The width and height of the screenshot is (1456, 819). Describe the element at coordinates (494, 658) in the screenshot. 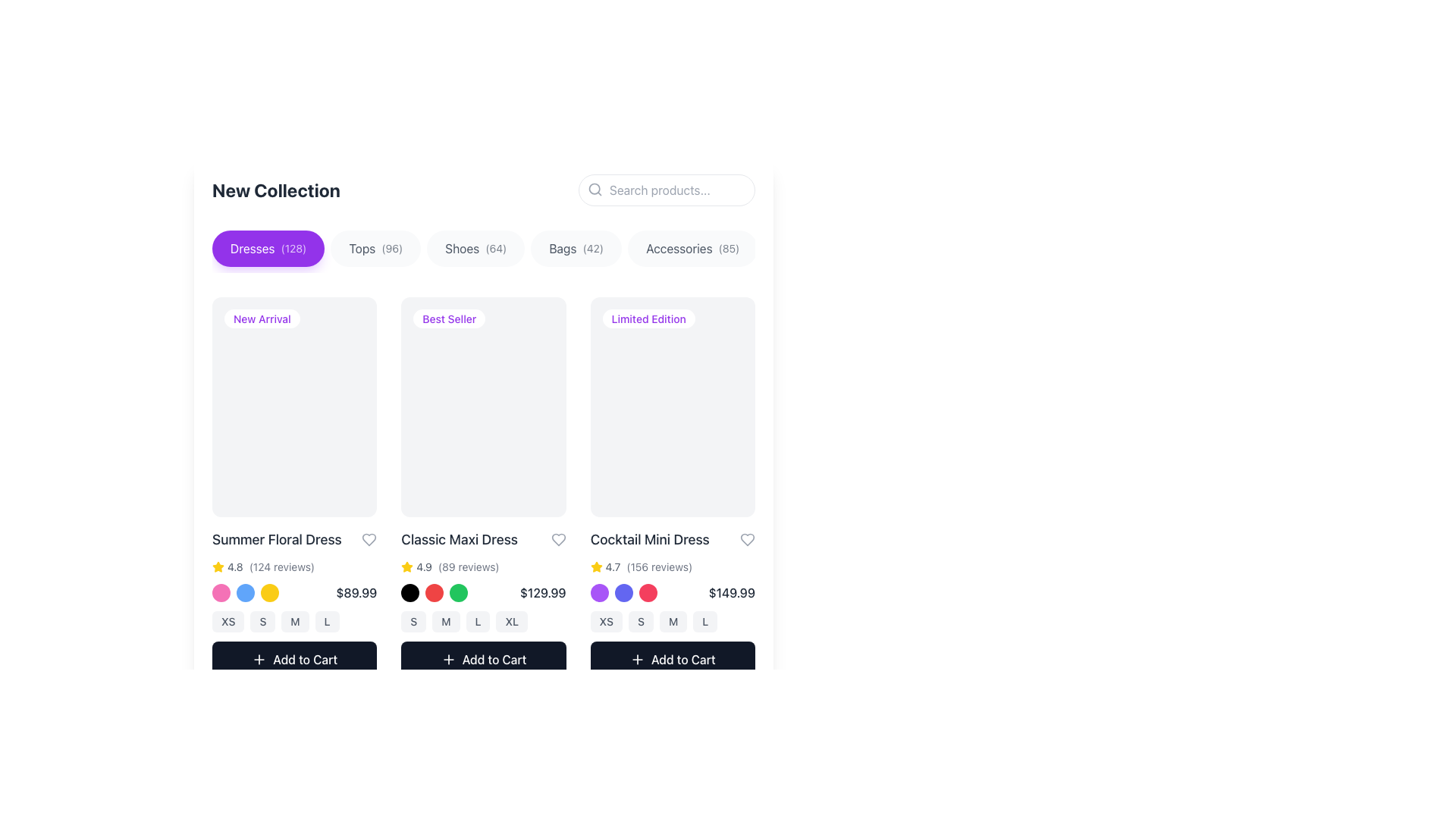

I see `the 'Add to Cart' button, which is styled with a bold font and is located beneath the product details of 'Classic Maxi Dress'` at that location.